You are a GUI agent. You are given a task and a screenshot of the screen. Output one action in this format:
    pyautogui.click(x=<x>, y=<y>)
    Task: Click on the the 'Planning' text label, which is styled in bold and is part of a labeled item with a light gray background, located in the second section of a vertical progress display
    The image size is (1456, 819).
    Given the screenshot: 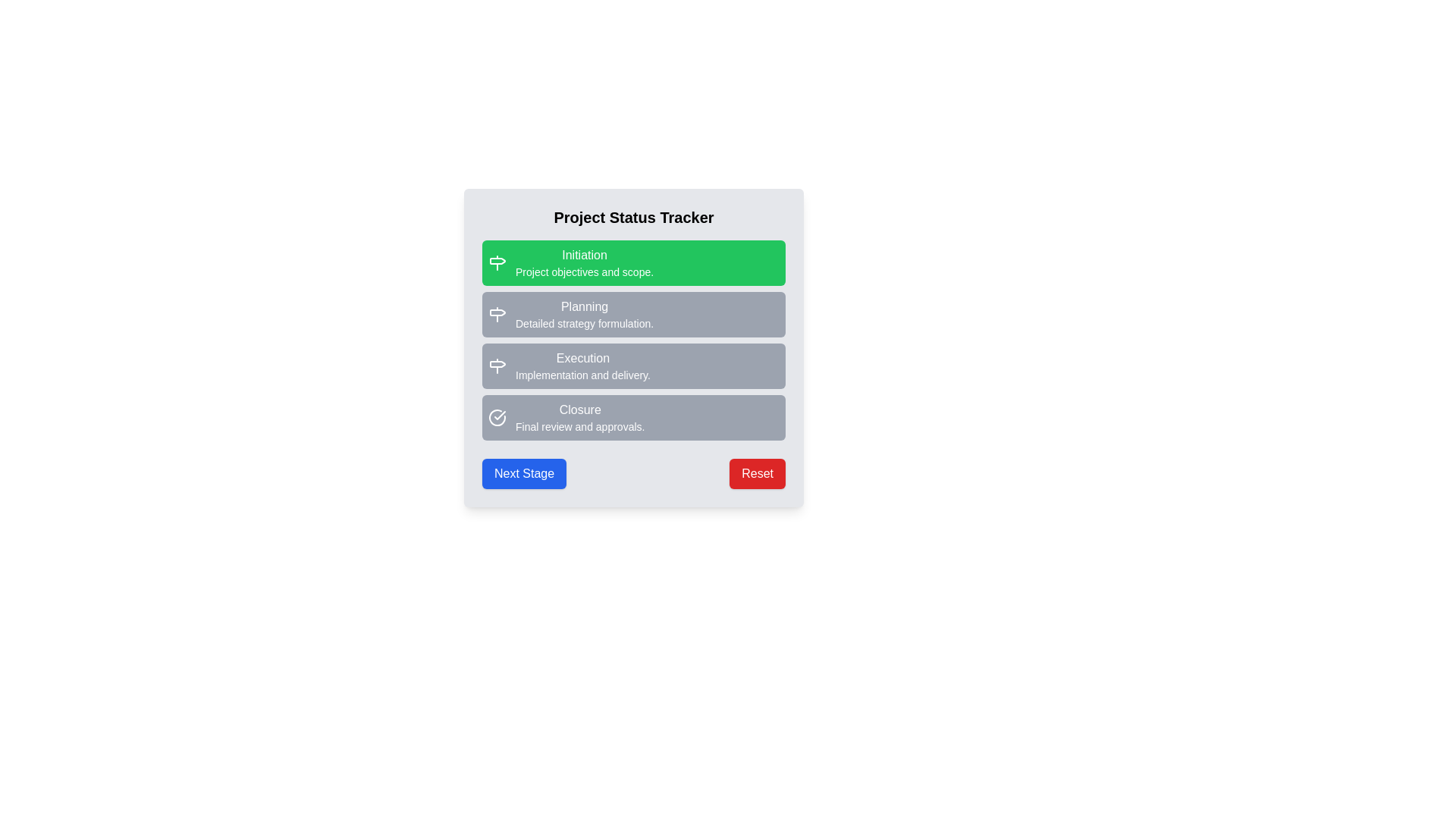 What is the action you would take?
    pyautogui.click(x=584, y=307)
    